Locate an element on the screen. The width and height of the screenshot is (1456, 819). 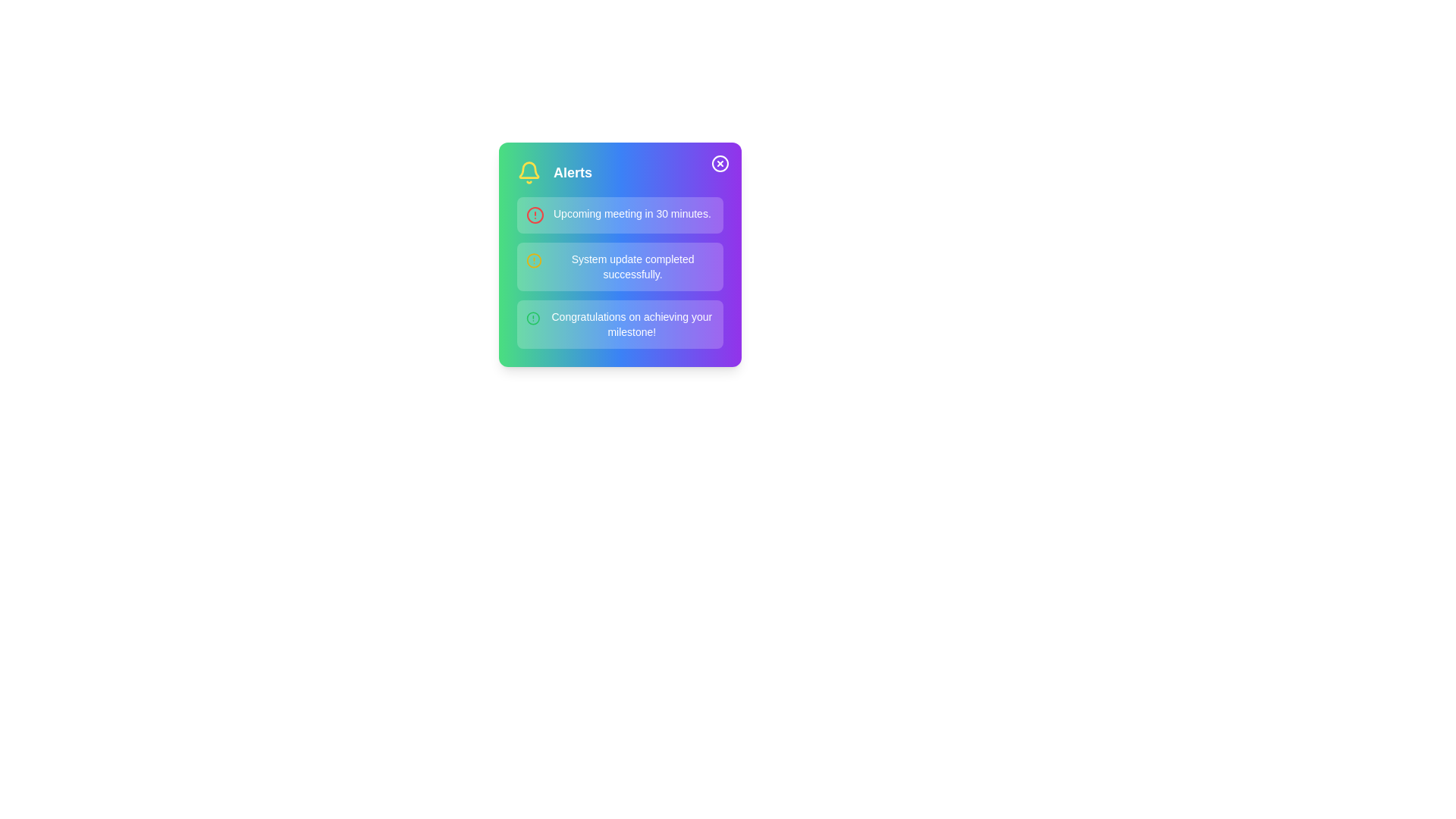
circular red notification icon located to the left of the text 'Upcoming meeting in 30 minutes' in the alert list is located at coordinates (535, 215).